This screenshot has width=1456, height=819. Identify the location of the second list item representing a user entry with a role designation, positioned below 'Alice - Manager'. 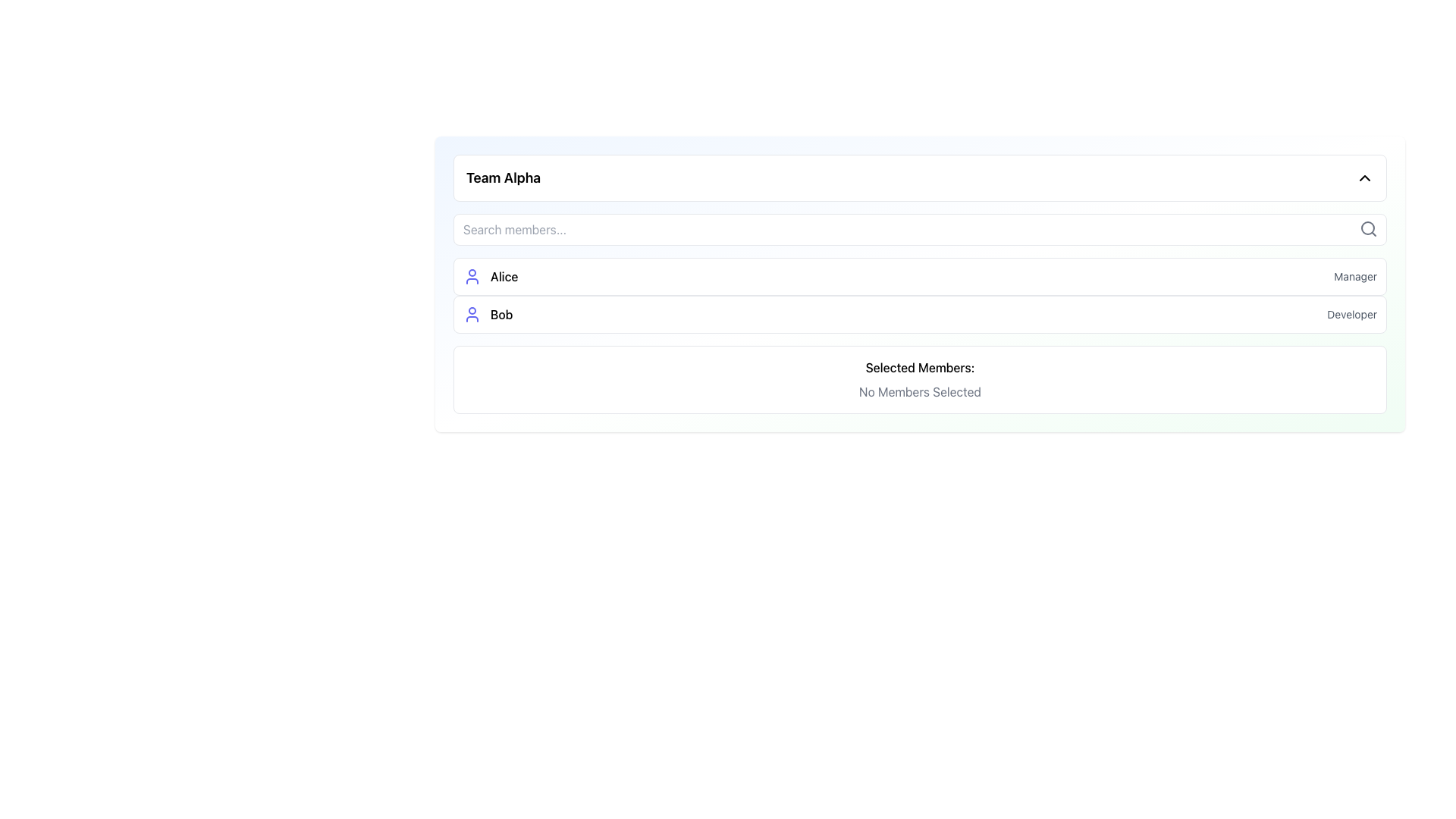
(919, 314).